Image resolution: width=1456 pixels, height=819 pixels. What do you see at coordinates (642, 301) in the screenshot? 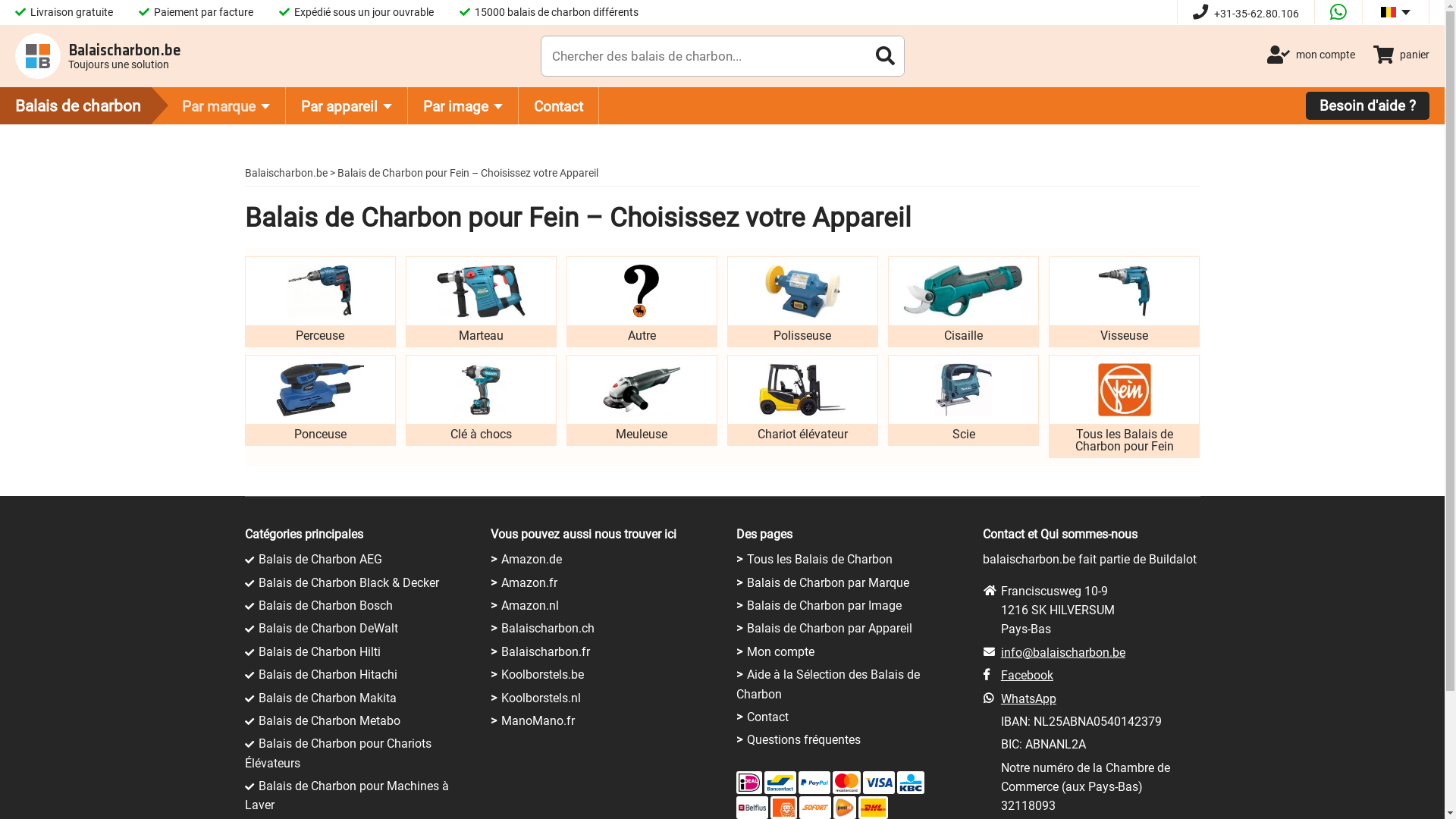
I see `'Autre'` at bounding box center [642, 301].